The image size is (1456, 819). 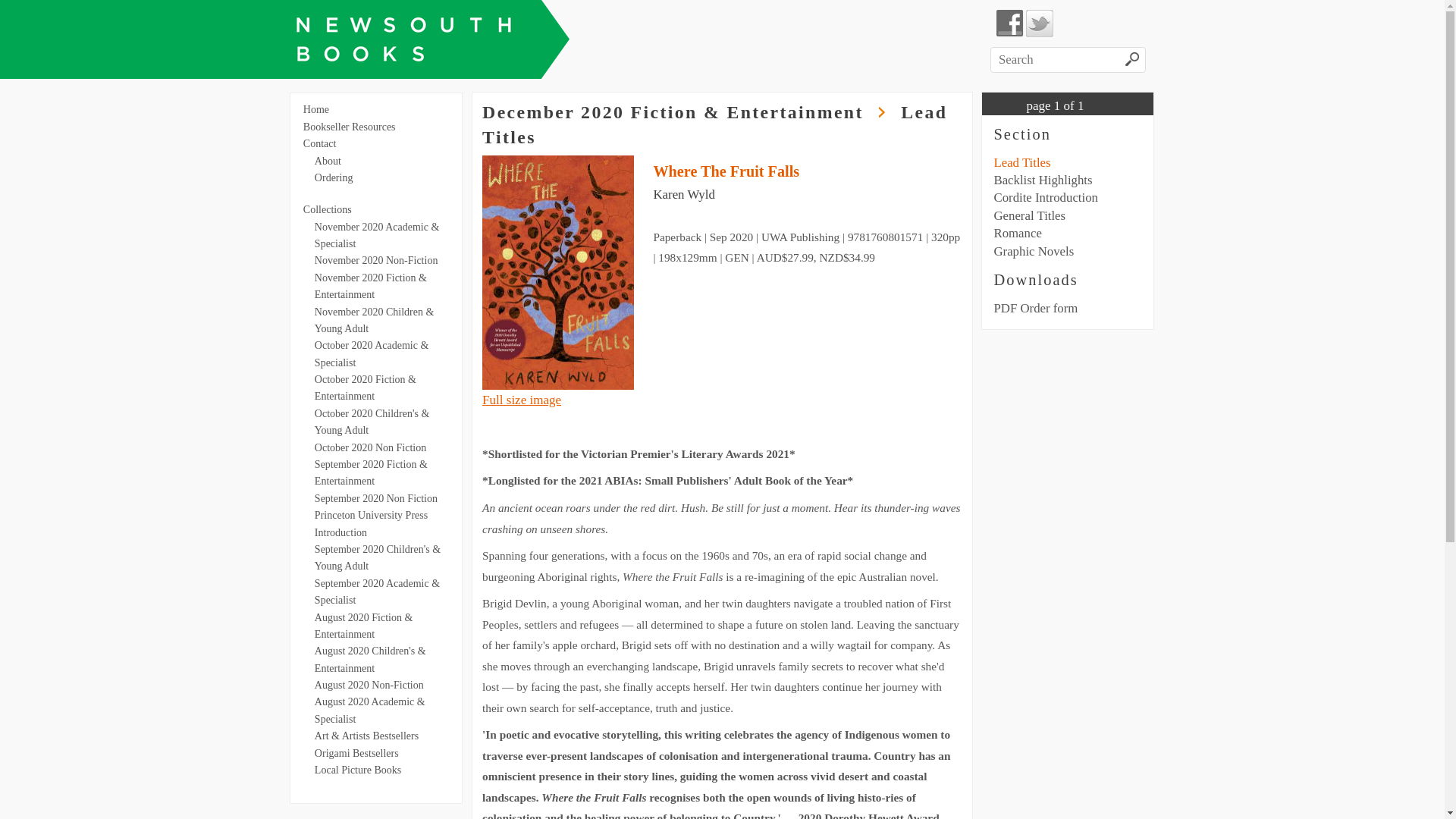 I want to click on 'Lead Titles', so click(x=1021, y=162).